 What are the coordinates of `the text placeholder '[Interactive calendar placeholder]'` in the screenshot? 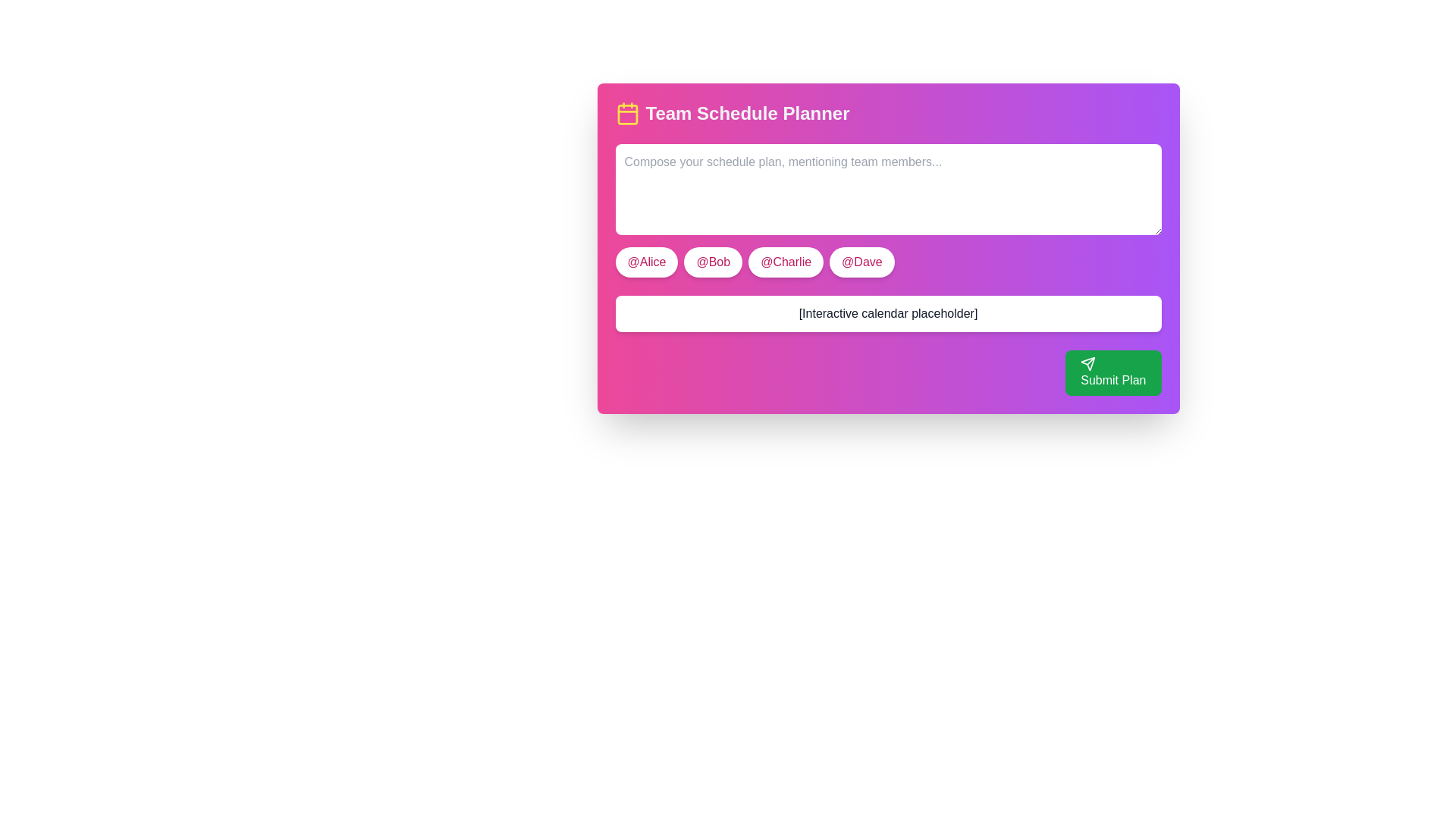 It's located at (888, 312).